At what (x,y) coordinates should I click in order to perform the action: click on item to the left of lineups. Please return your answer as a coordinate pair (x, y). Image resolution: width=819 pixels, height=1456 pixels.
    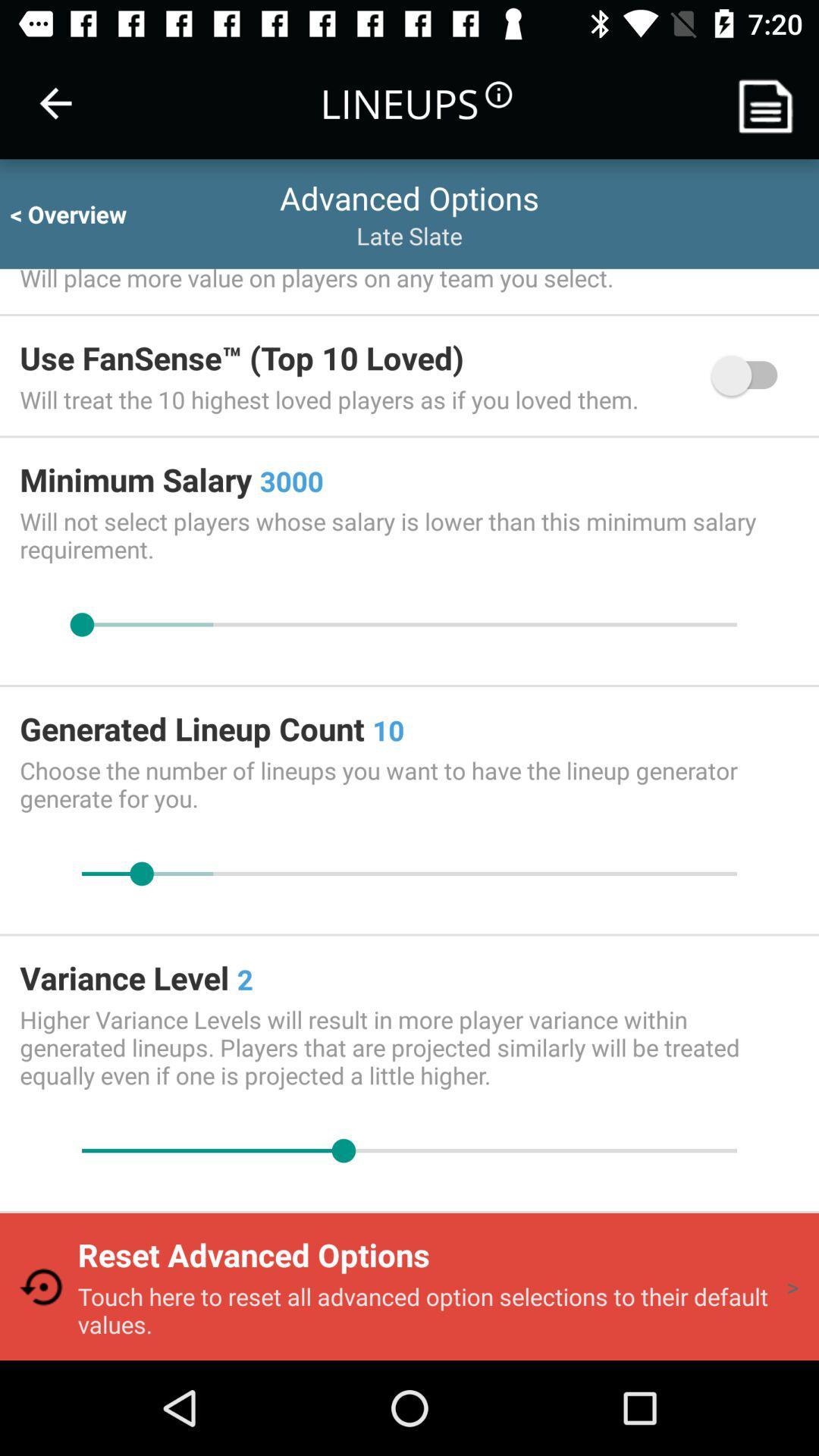
    Looking at the image, I should click on (55, 102).